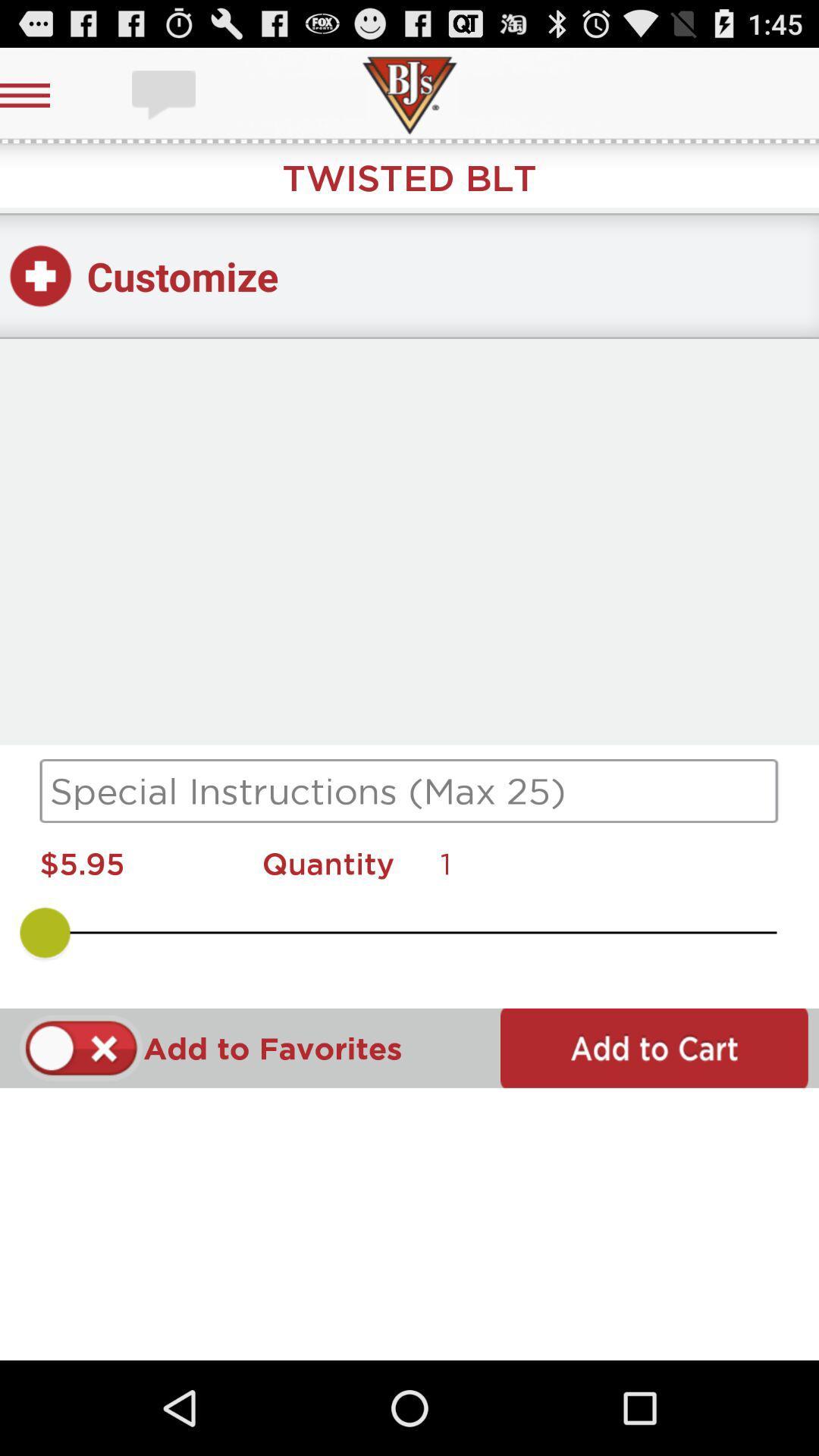 The height and width of the screenshot is (1456, 819). What do you see at coordinates (409, 790) in the screenshot?
I see `special instructions` at bounding box center [409, 790].